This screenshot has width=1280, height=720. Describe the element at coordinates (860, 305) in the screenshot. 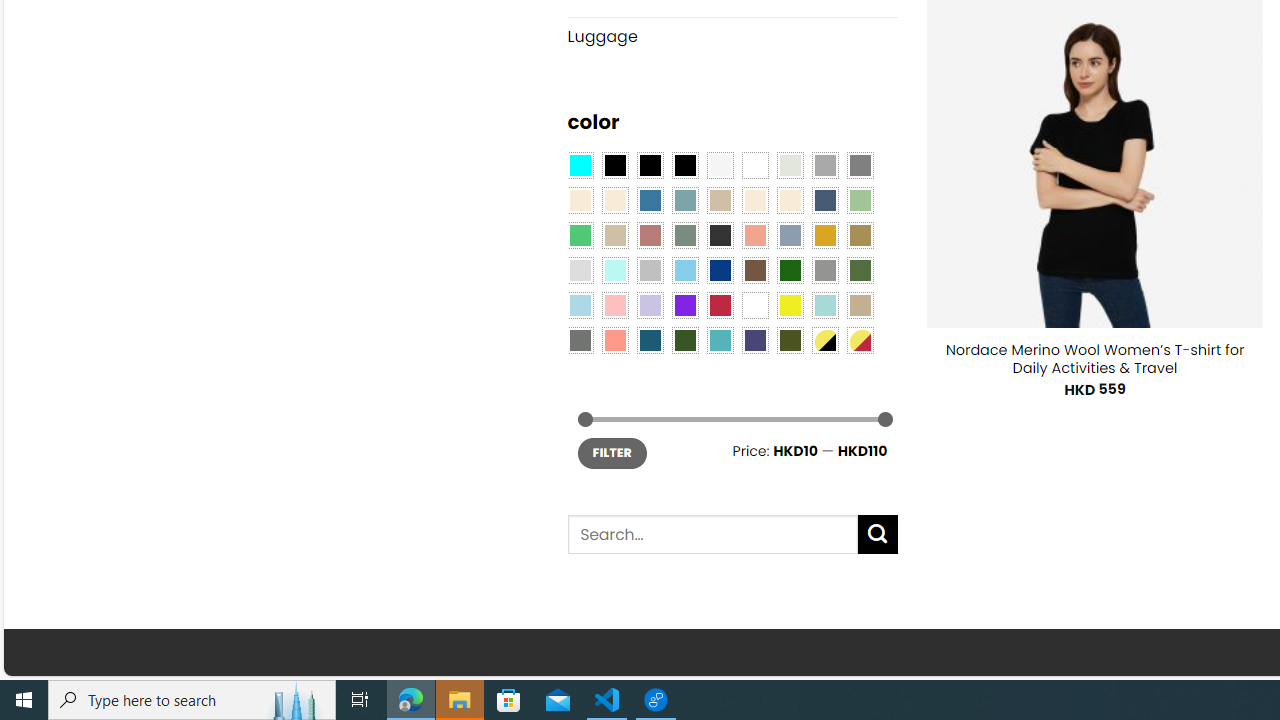

I see `'Khaki'` at that location.